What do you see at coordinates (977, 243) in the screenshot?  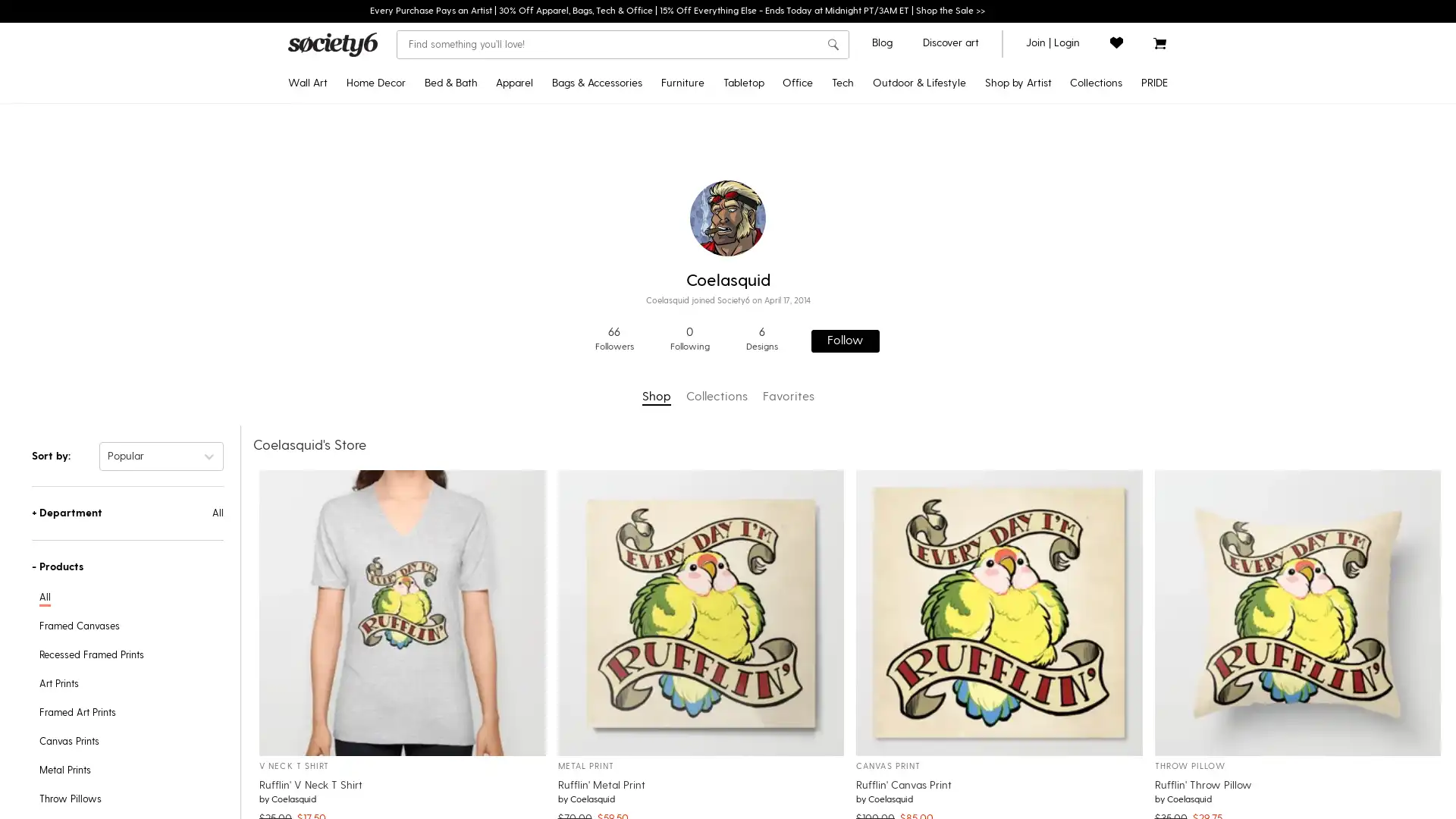 I see `Discover LGBTQIA+ Artists` at bounding box center [977, 243].